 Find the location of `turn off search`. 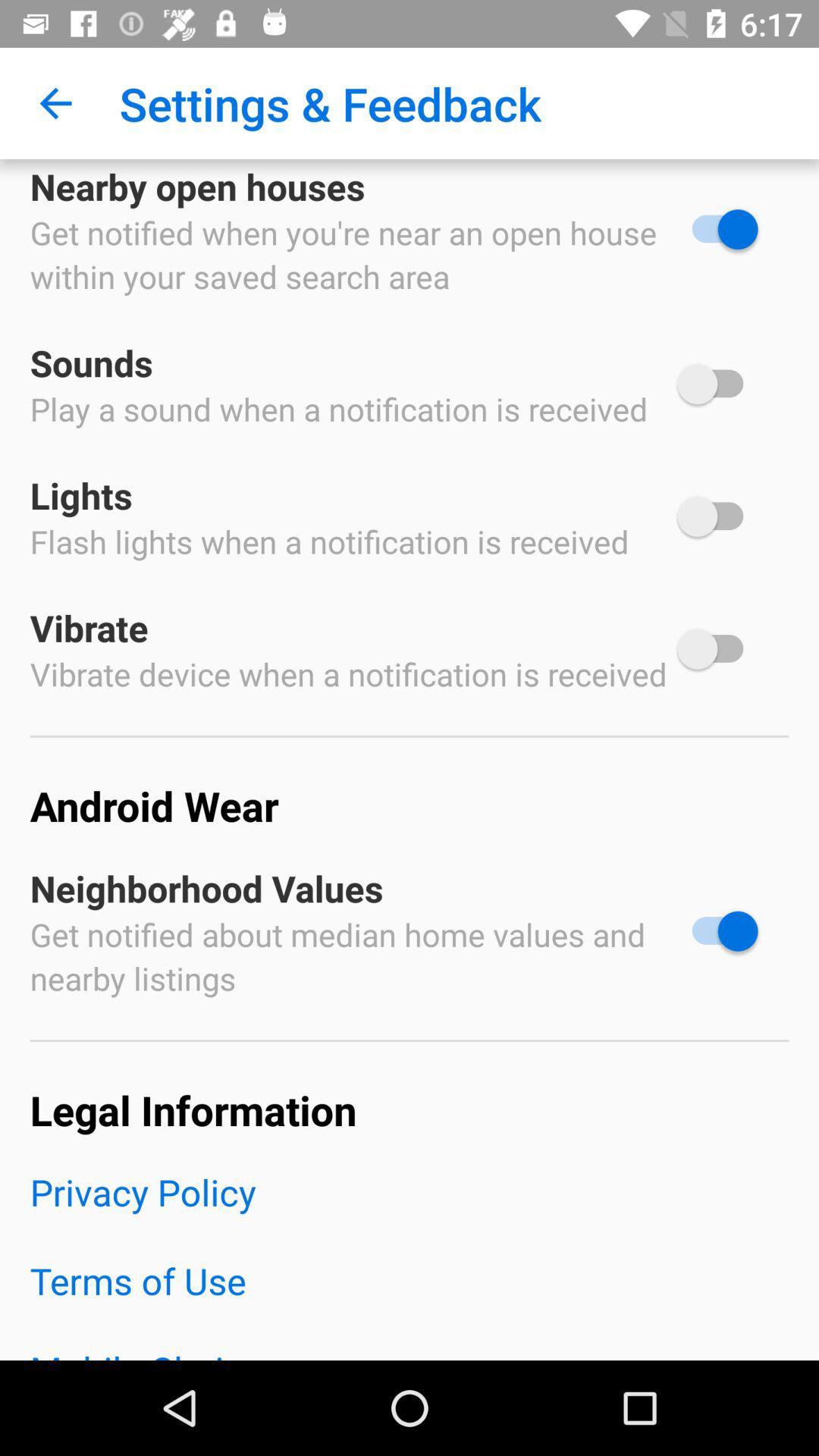

turn off search is located at coordinates (717, 228).